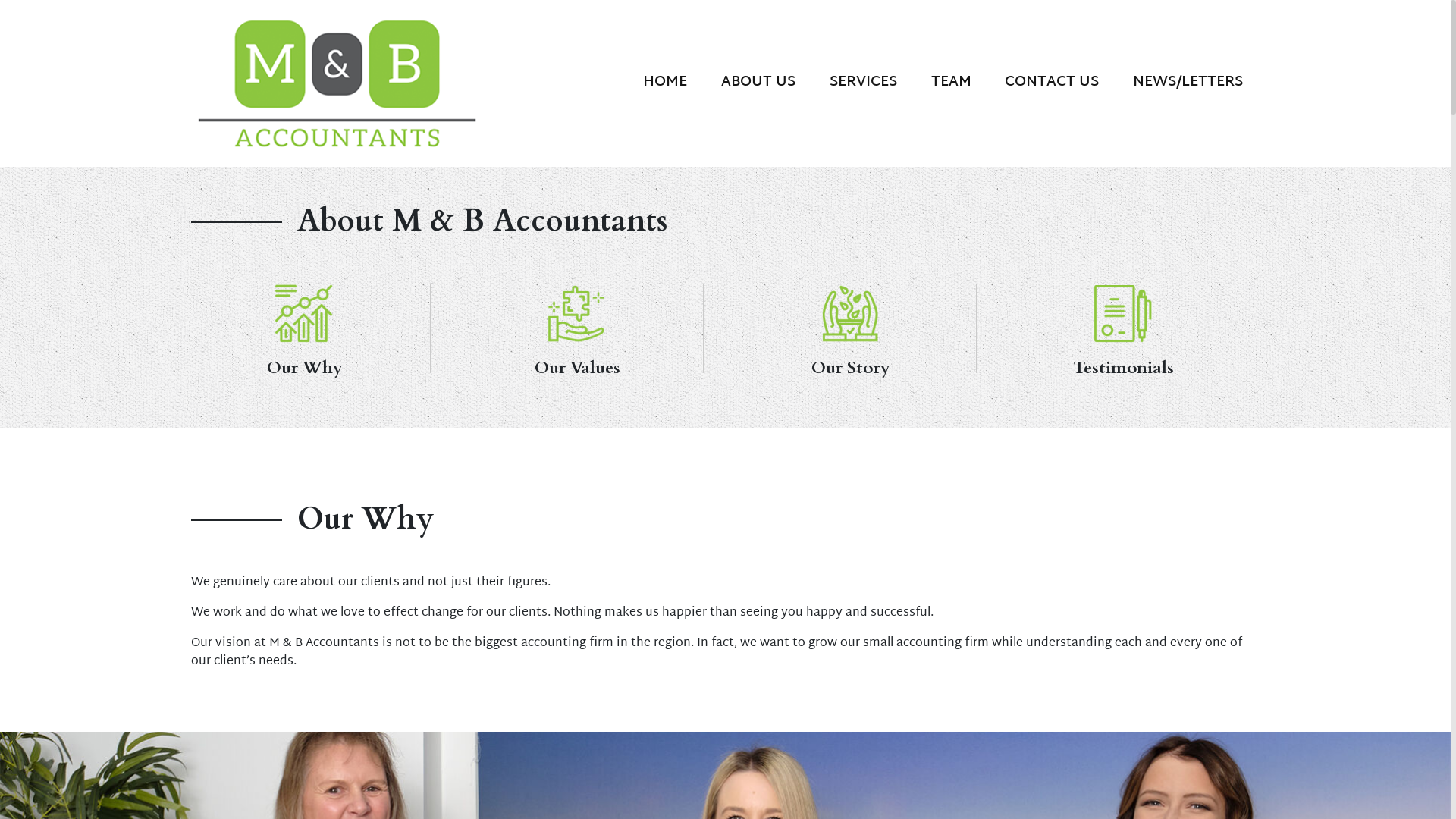  What do you see at coordinates (811, 81) in the screenshot?
I see `'SERVICES'` at bounding box center [811, 81].